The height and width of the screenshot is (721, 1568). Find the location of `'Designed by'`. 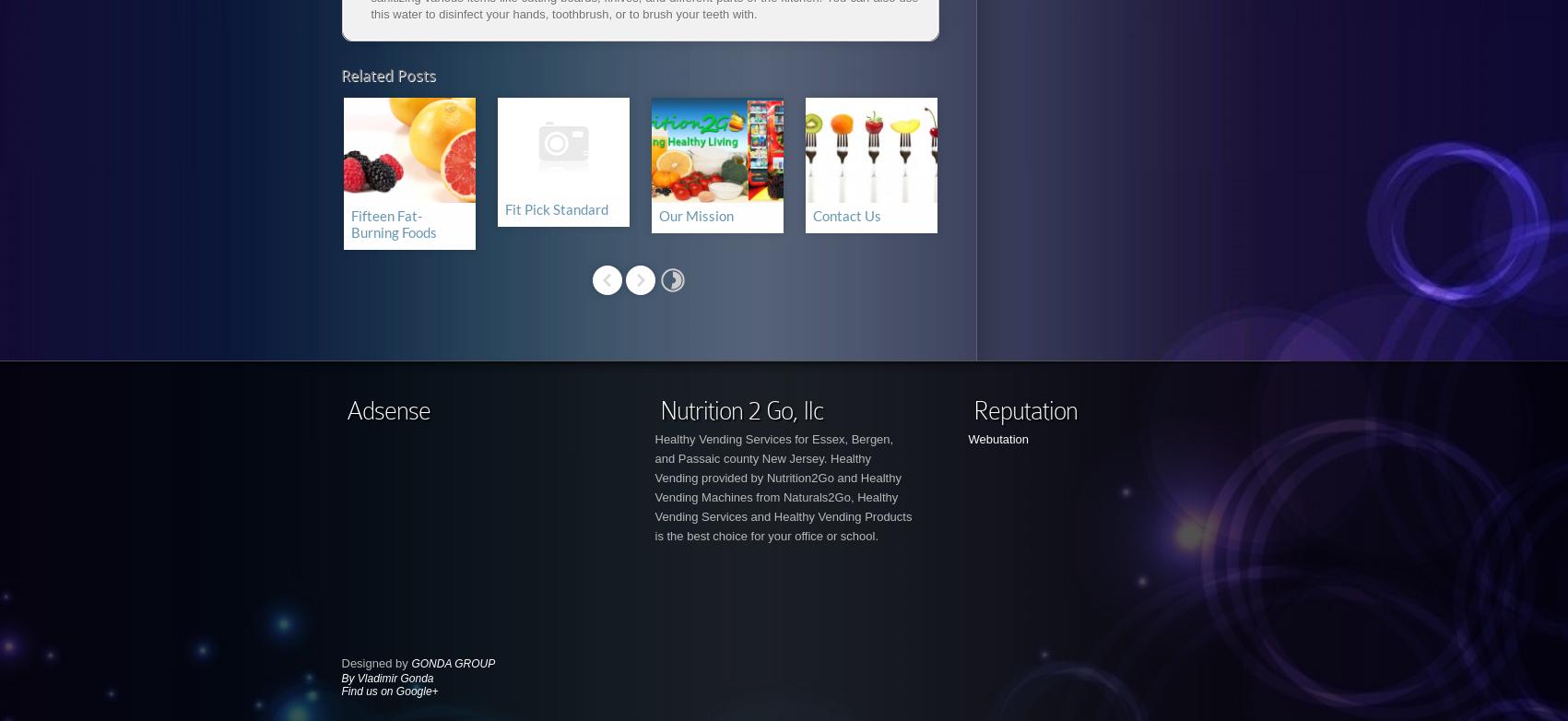

'Designed by' is located at coordinates (375, 662).